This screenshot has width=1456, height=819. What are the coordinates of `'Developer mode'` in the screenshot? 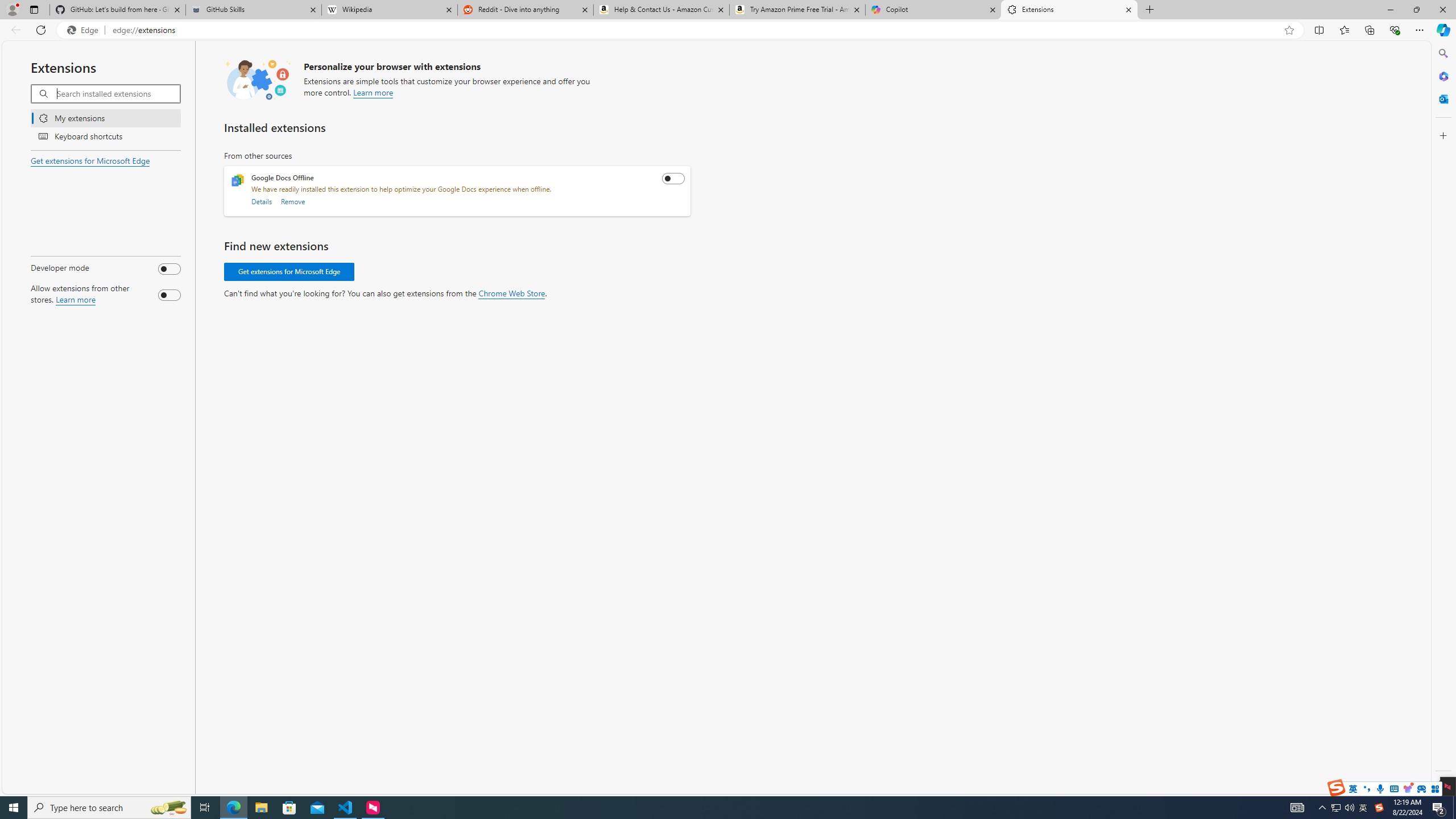 It's located at (169, 268).